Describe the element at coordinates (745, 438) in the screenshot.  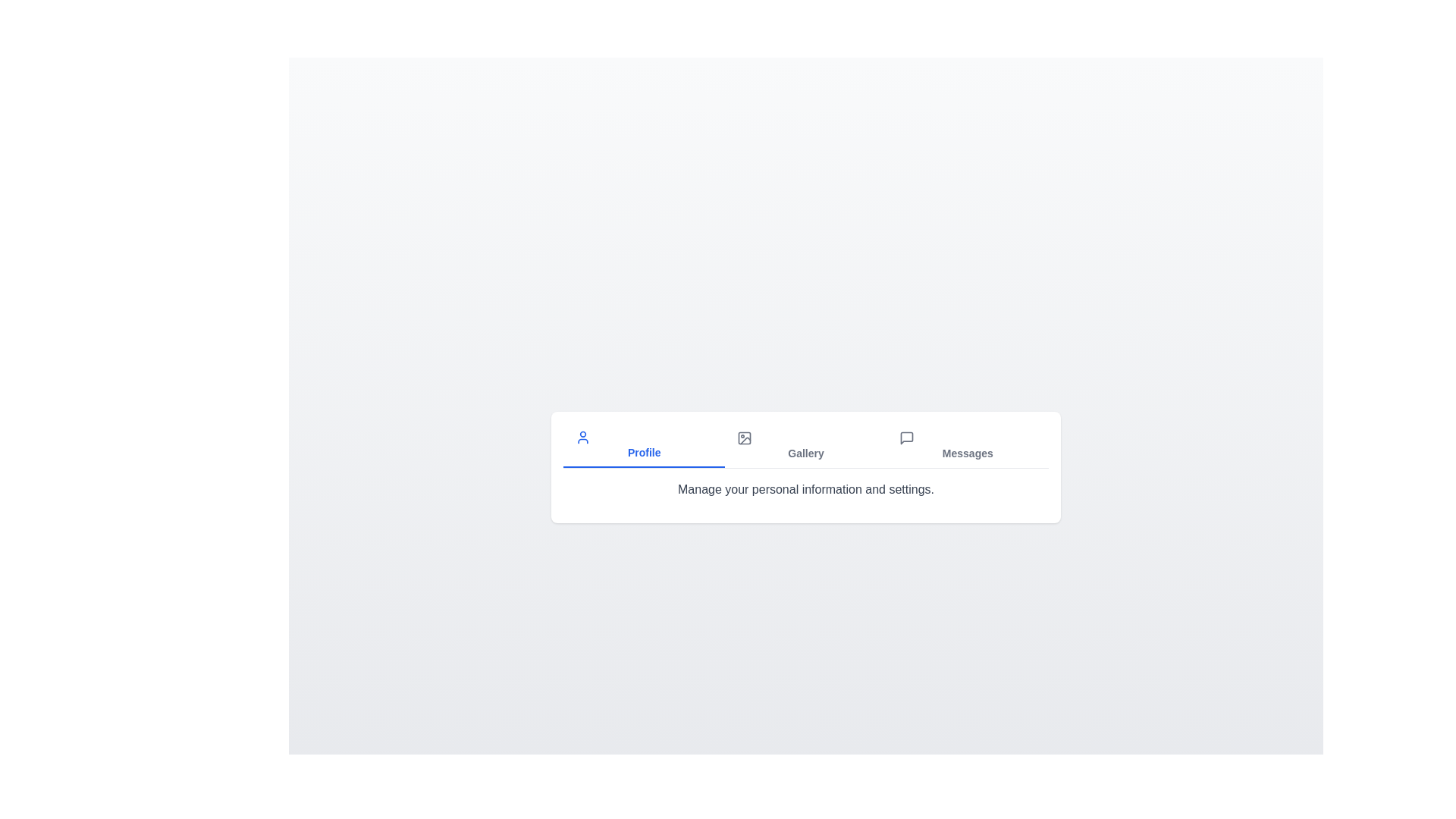
I see `the icon associated with the Gallery tab` at that location.